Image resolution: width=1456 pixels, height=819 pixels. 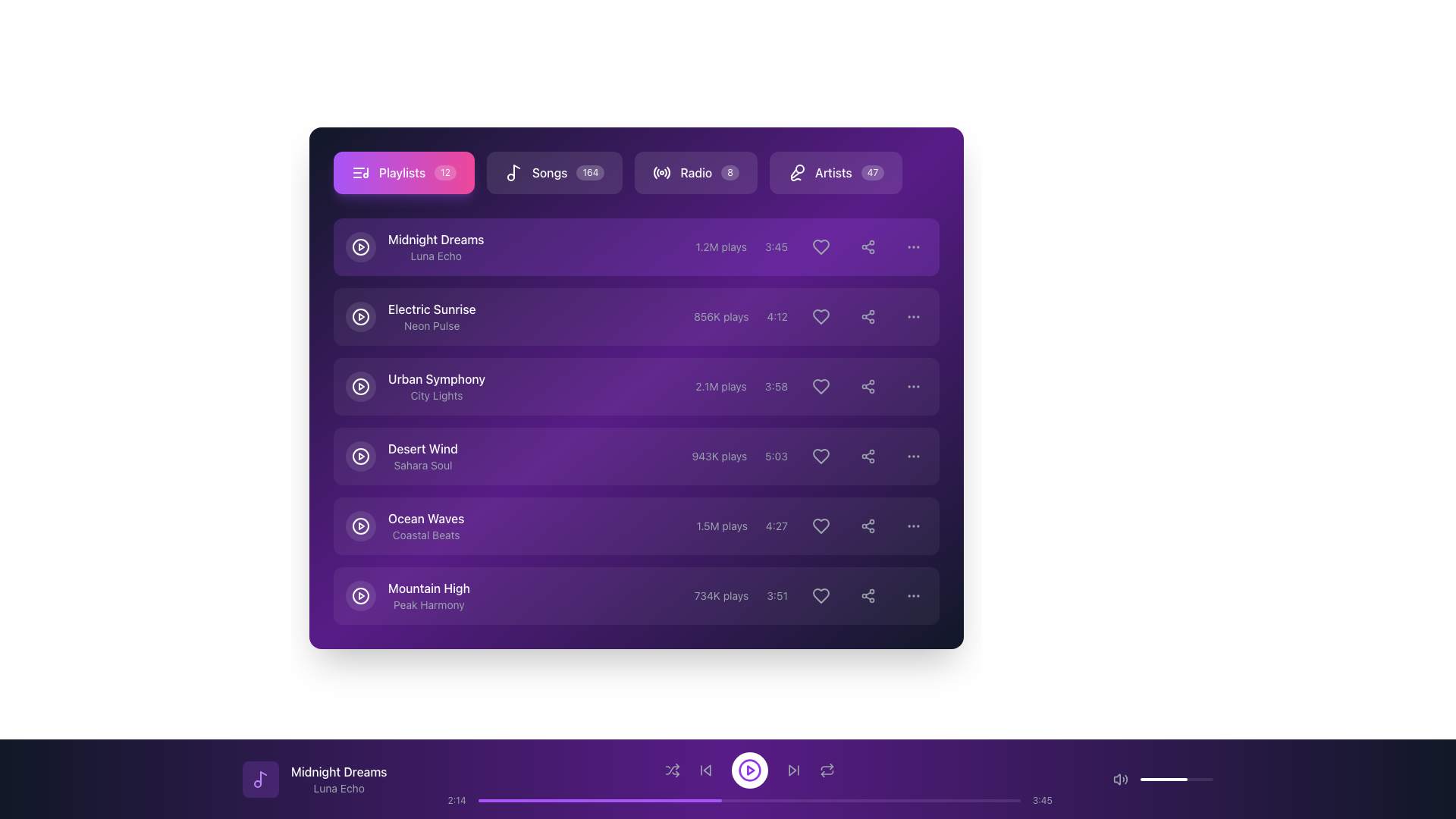 I want to click on the options menu trigger button located on the right-hand side of the 'Desert Wind' track in the playlist, so click(x=912, y=455).